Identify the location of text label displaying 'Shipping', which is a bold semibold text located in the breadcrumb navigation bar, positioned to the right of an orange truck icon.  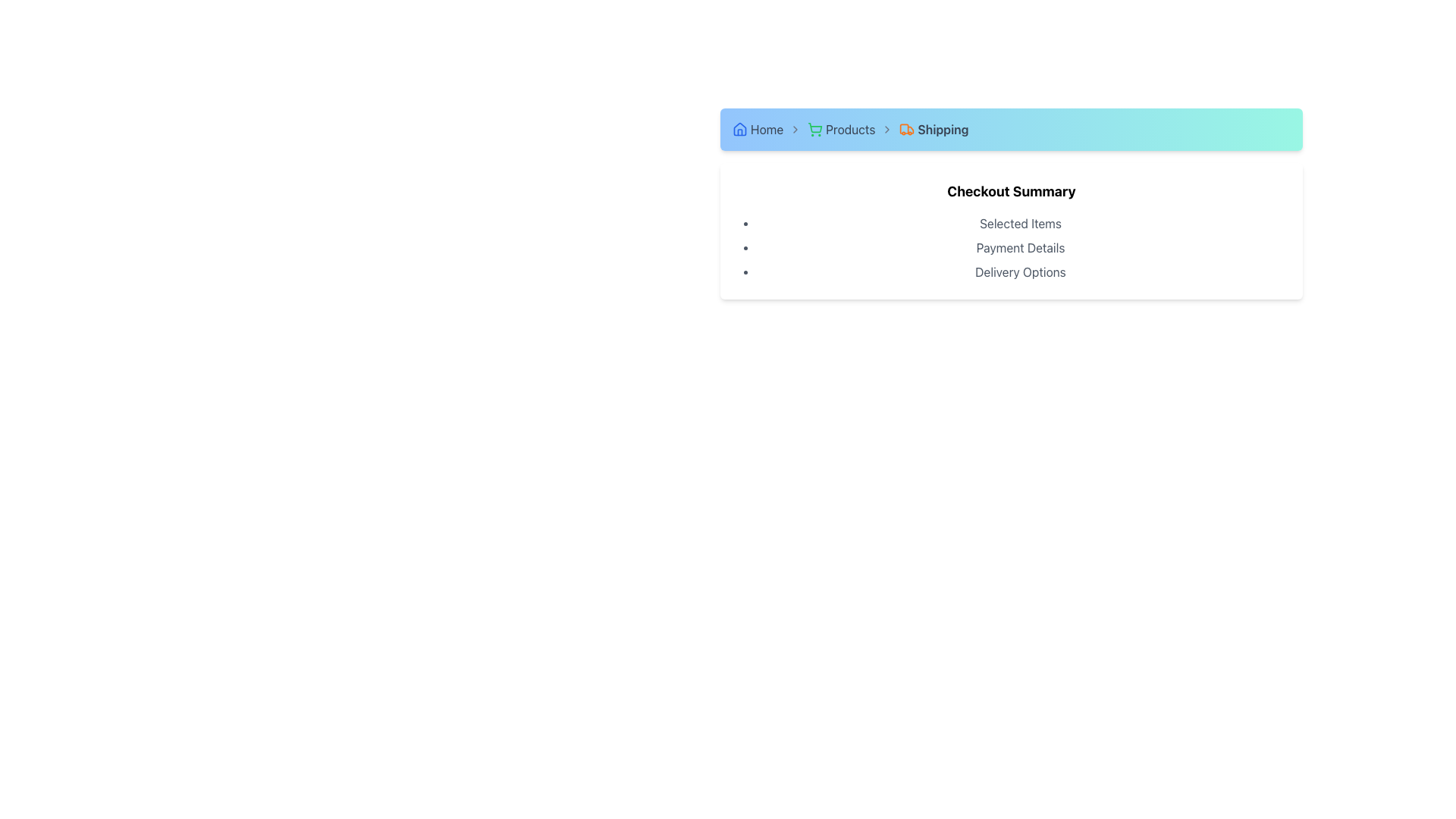
(942, 128).